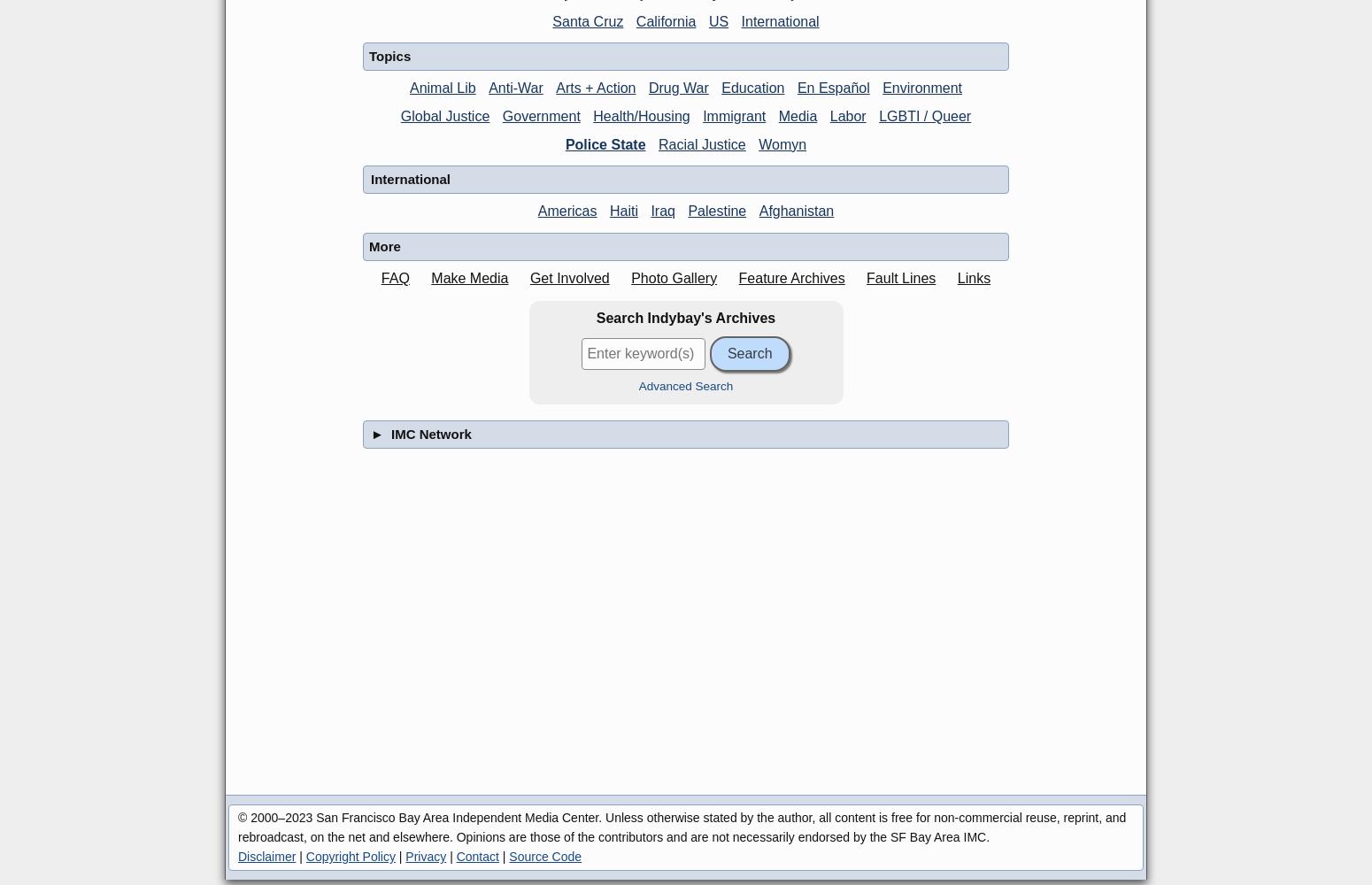 The image size is (1372, 885). Describe the element at coordinates (752, 87) in the screenshot. I see `'Education'` at that location.